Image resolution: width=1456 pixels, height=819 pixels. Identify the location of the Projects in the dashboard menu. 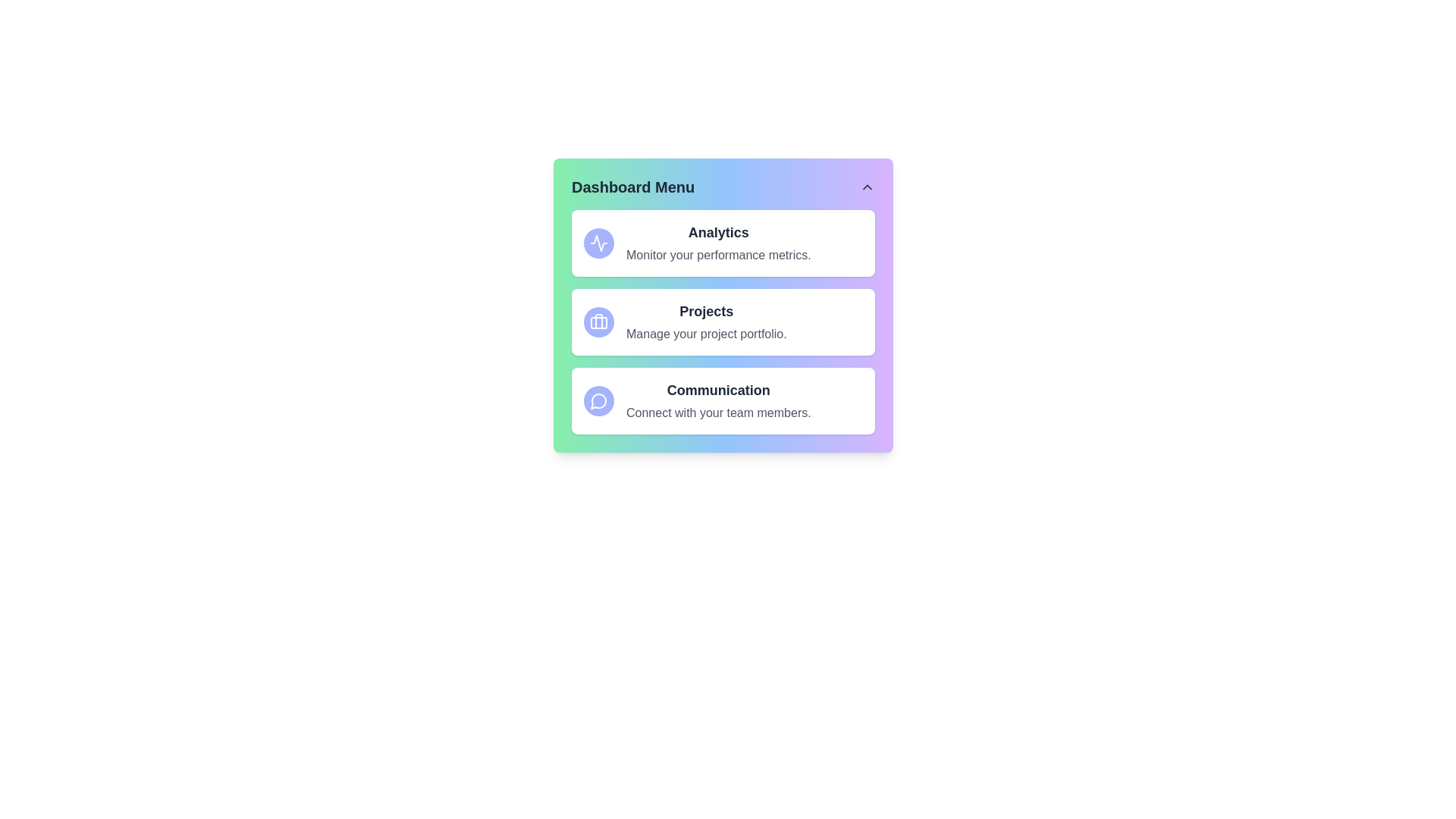
(598, 321).